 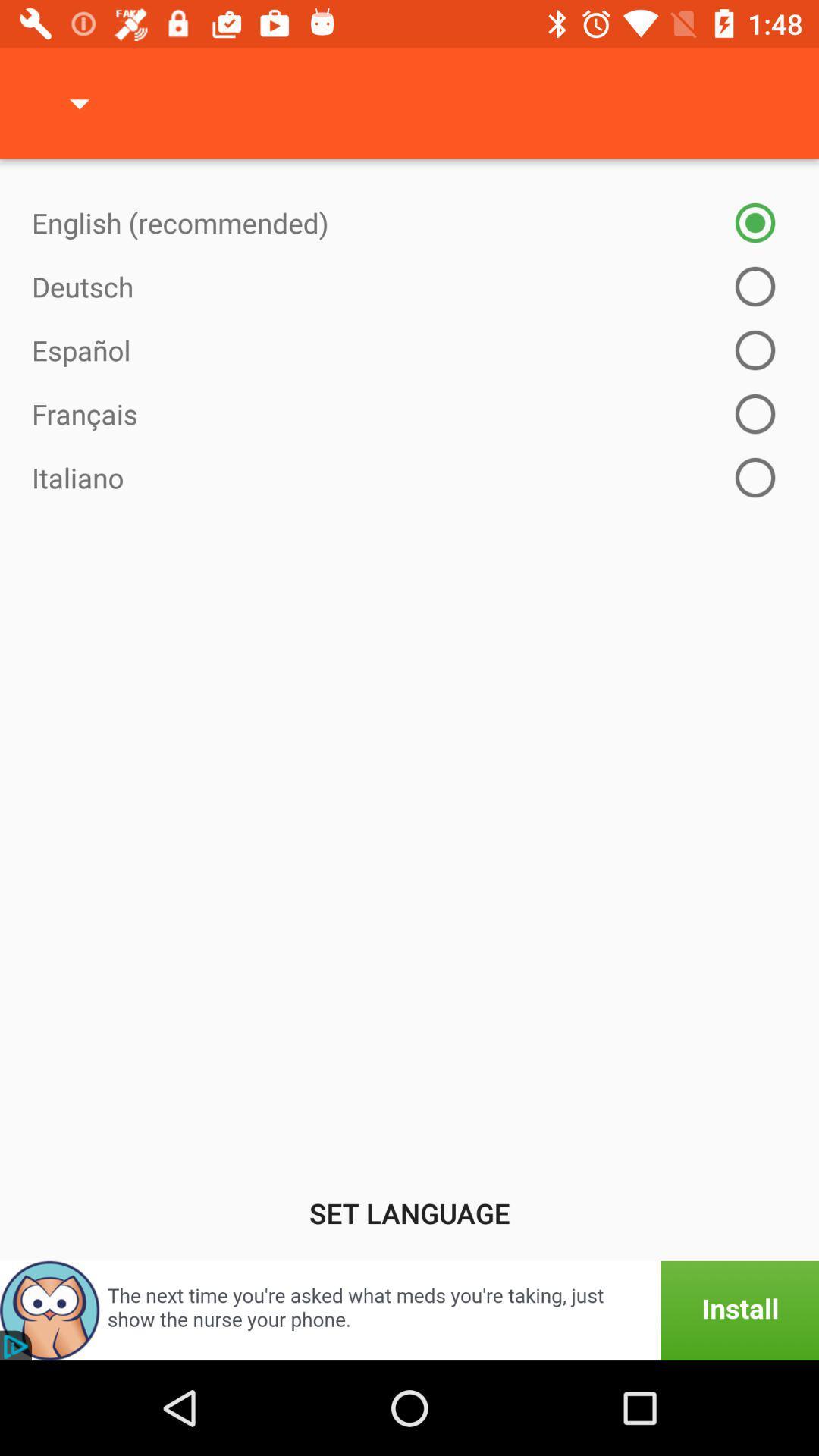 I want to click on advertisement, so click(x=409, y=1310).